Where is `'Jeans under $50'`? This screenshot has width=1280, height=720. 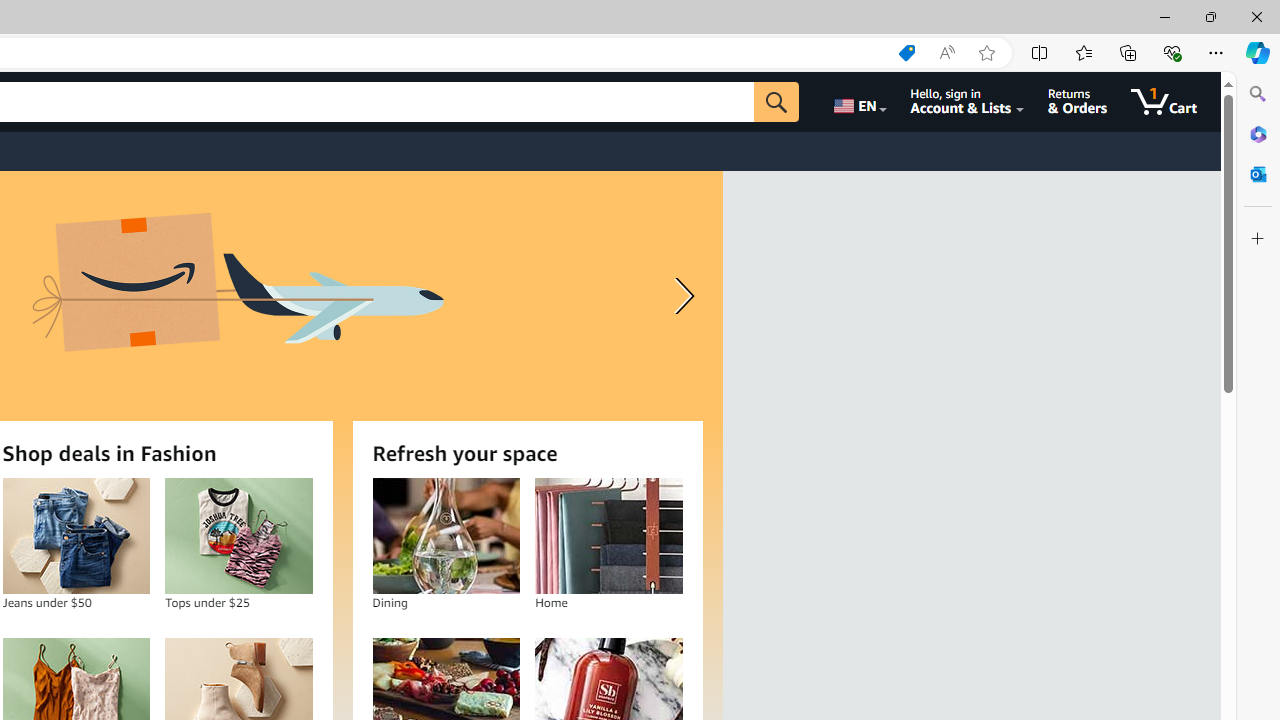
'Jeans under $50' is located at coordinates (76, 535).